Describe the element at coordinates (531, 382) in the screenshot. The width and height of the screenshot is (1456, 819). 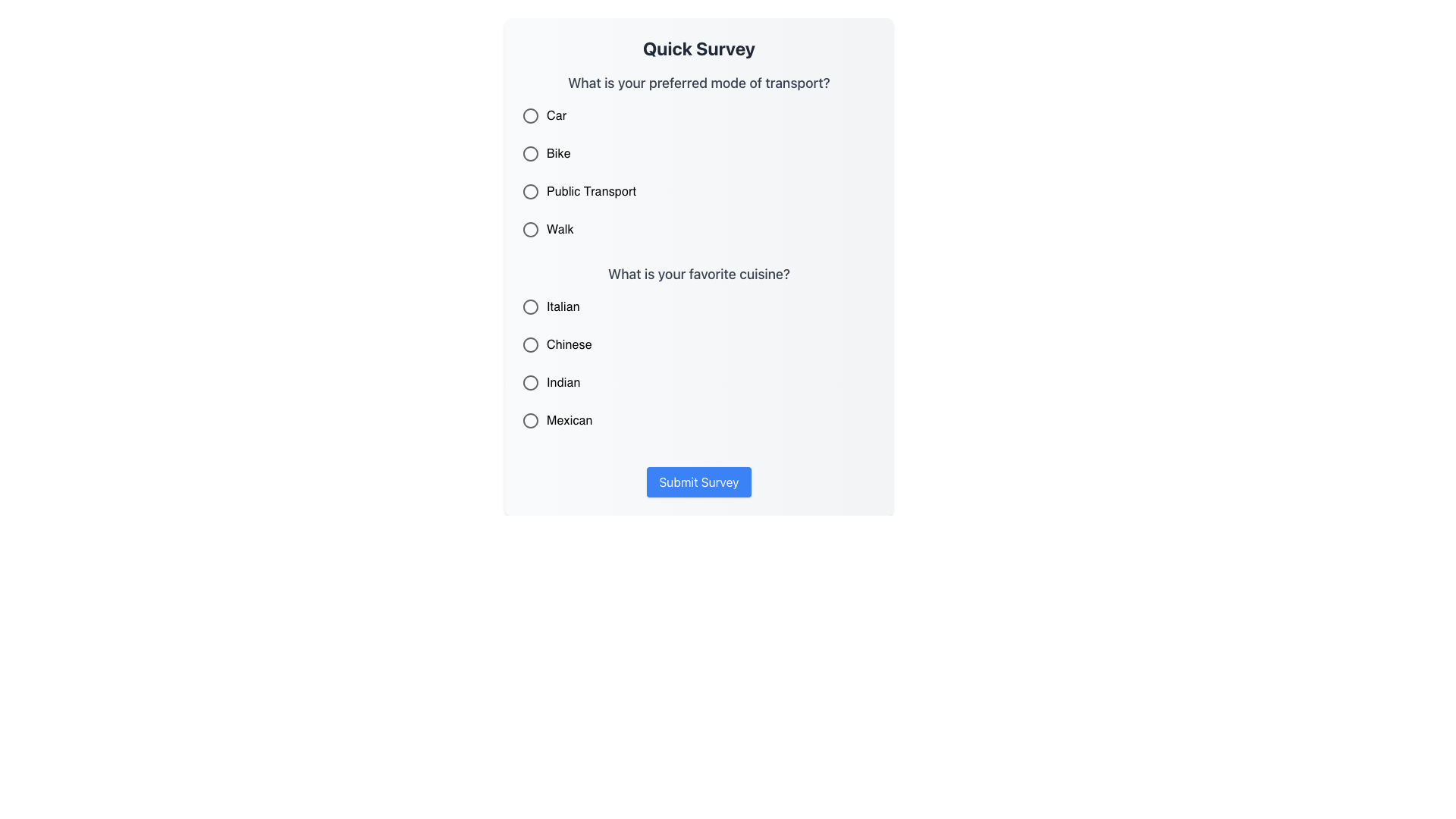
I see `the third radio button in the second question of the survey` at that location.